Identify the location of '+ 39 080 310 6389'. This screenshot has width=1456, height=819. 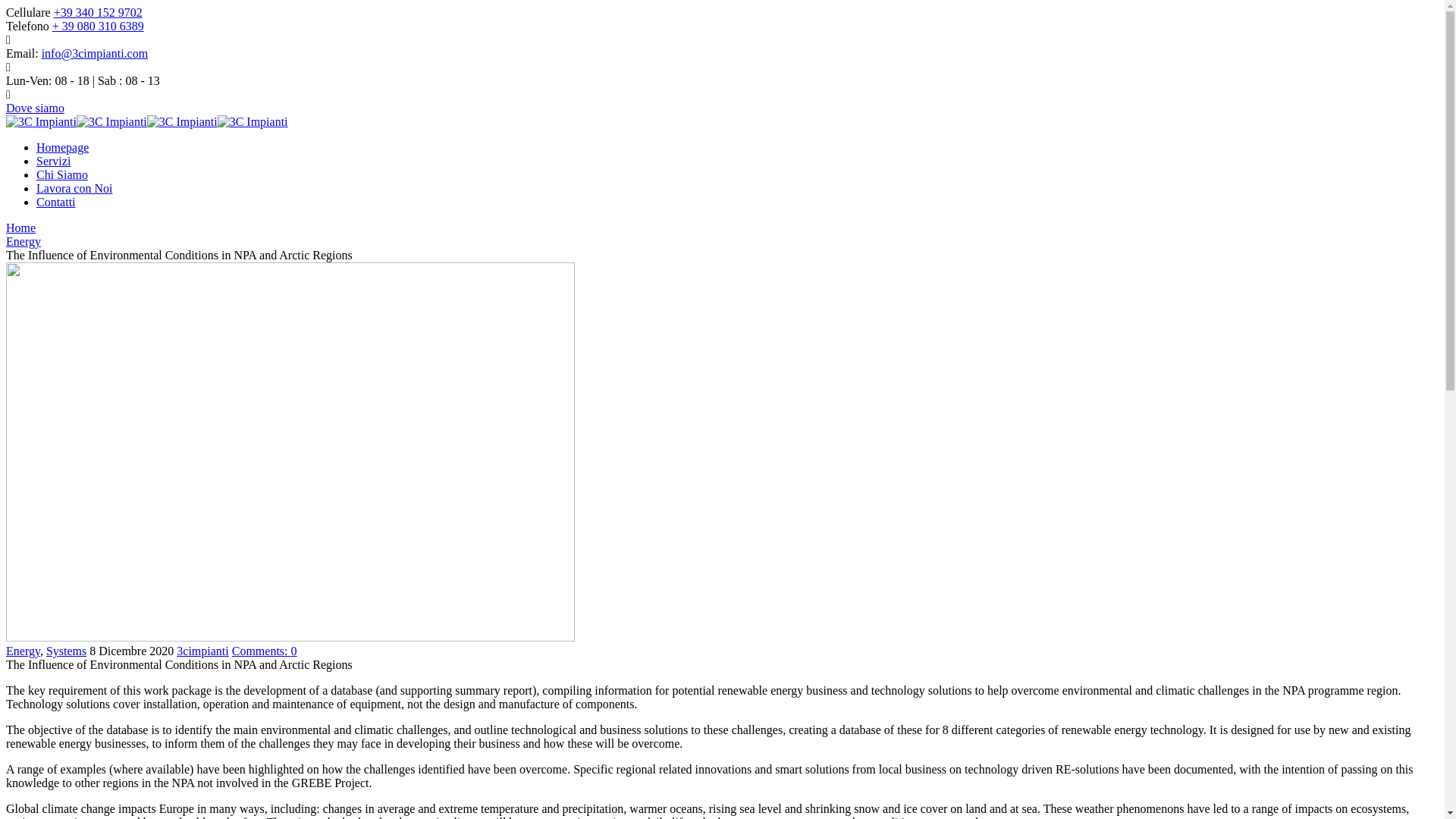
(97, 26).